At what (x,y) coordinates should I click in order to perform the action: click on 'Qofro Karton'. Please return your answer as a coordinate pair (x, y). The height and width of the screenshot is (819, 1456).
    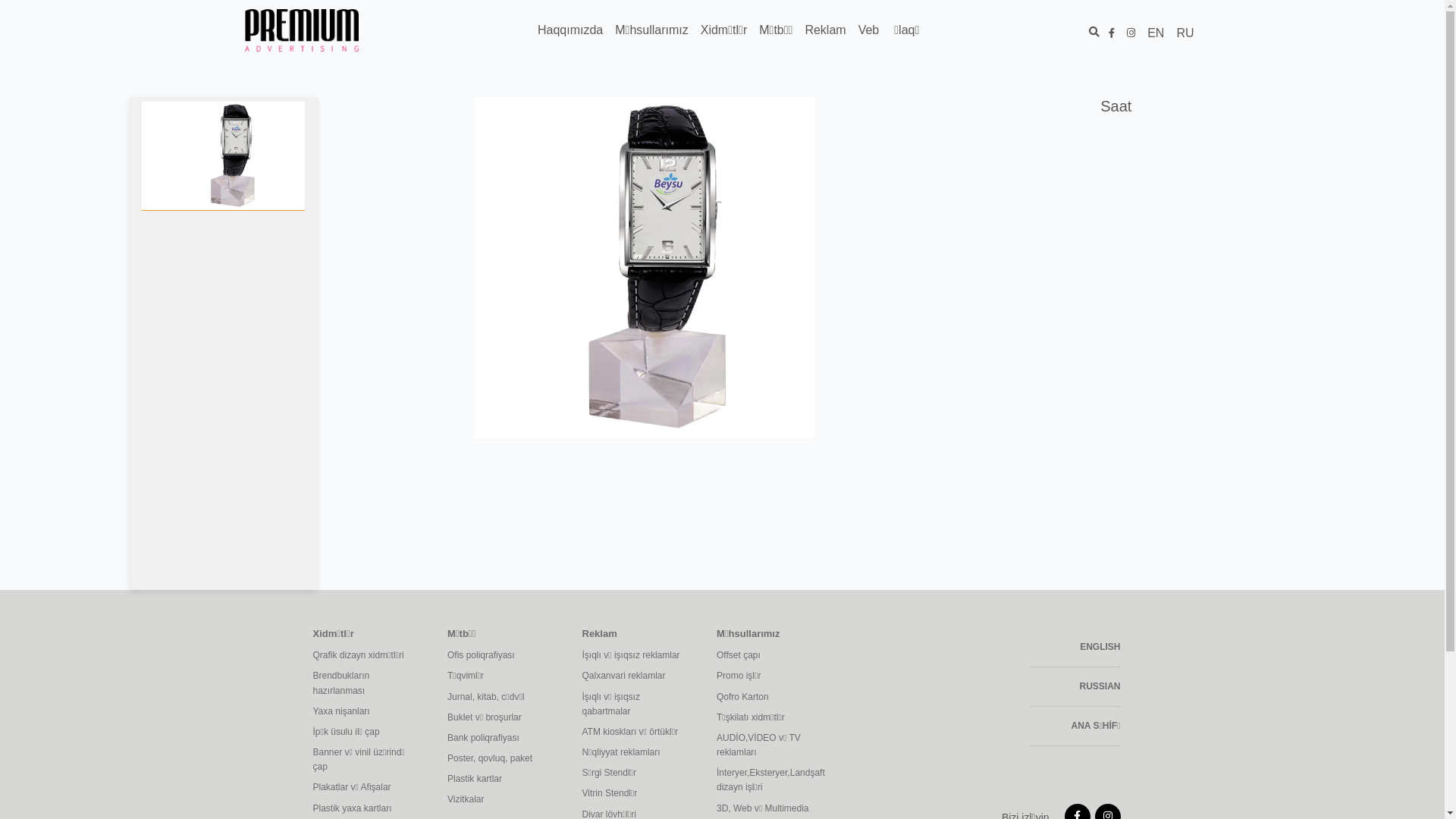
    Looking at the image, I should click on (772, 697).